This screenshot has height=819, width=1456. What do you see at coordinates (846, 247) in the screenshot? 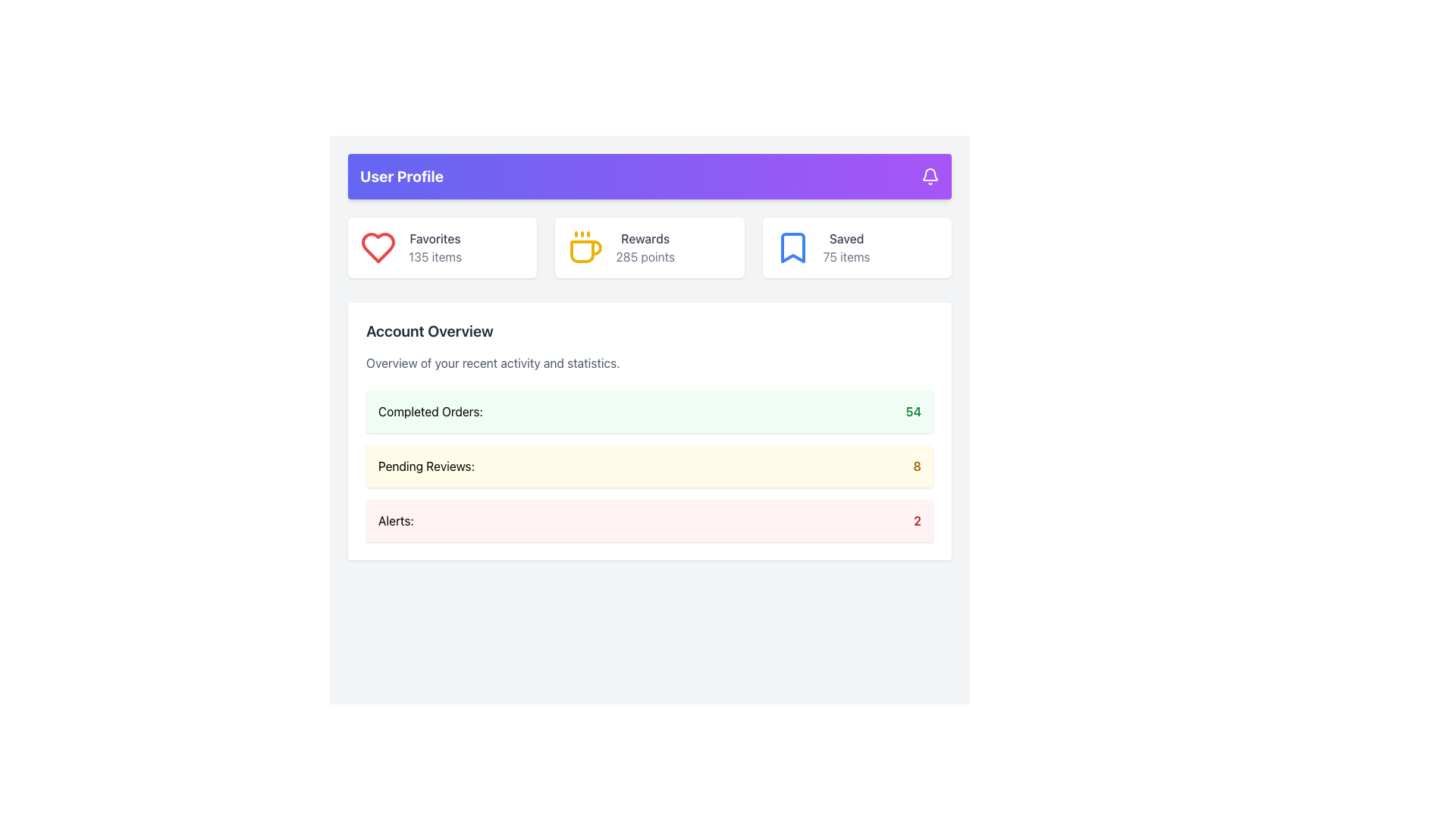
I see `the Text Display Component that shows the count of saved items (75) located in the upper right corner, near 'Favorites' and 'Rewards'` at bounding box center [846, 247].